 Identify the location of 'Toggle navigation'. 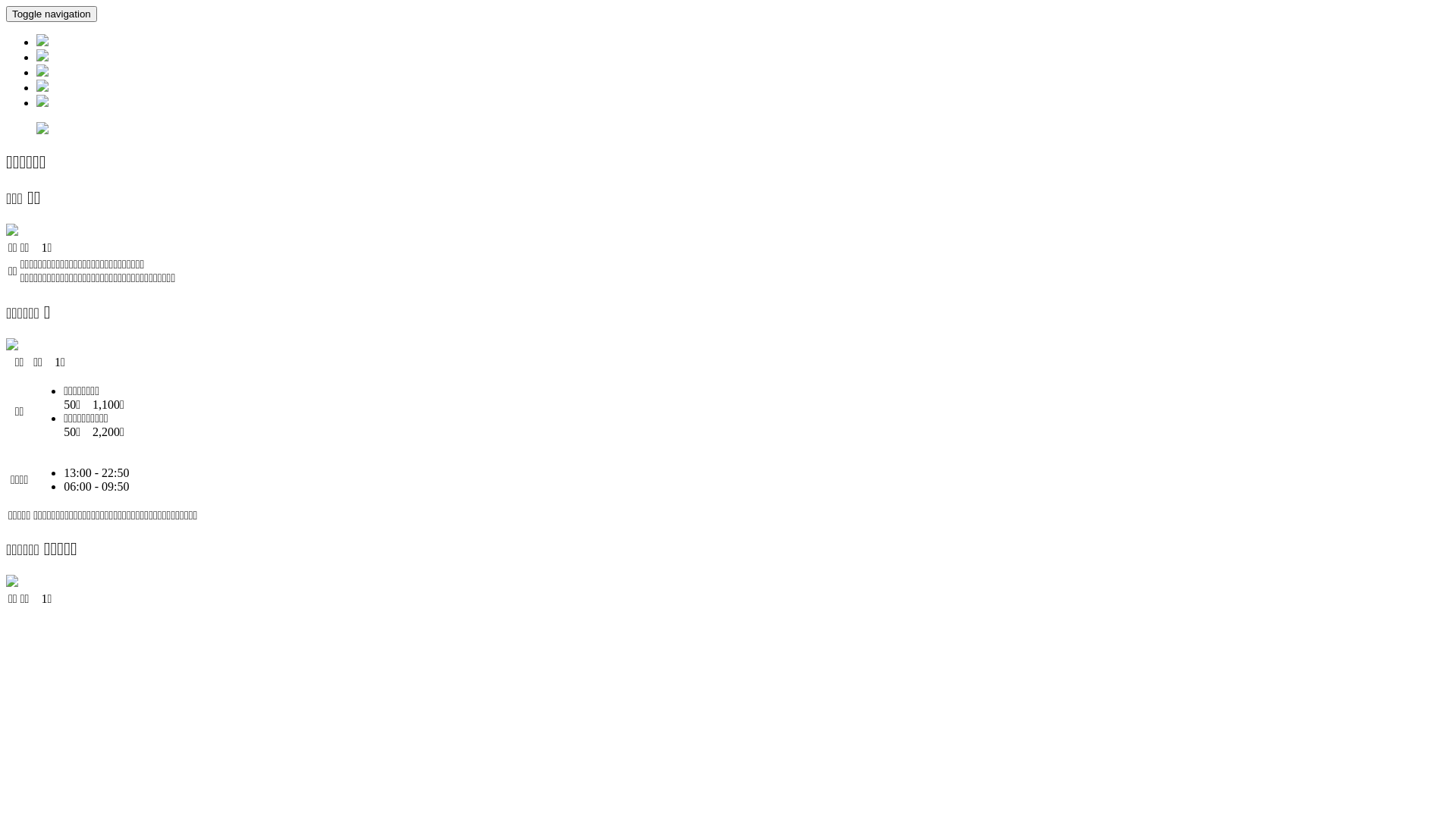
(6, 14).